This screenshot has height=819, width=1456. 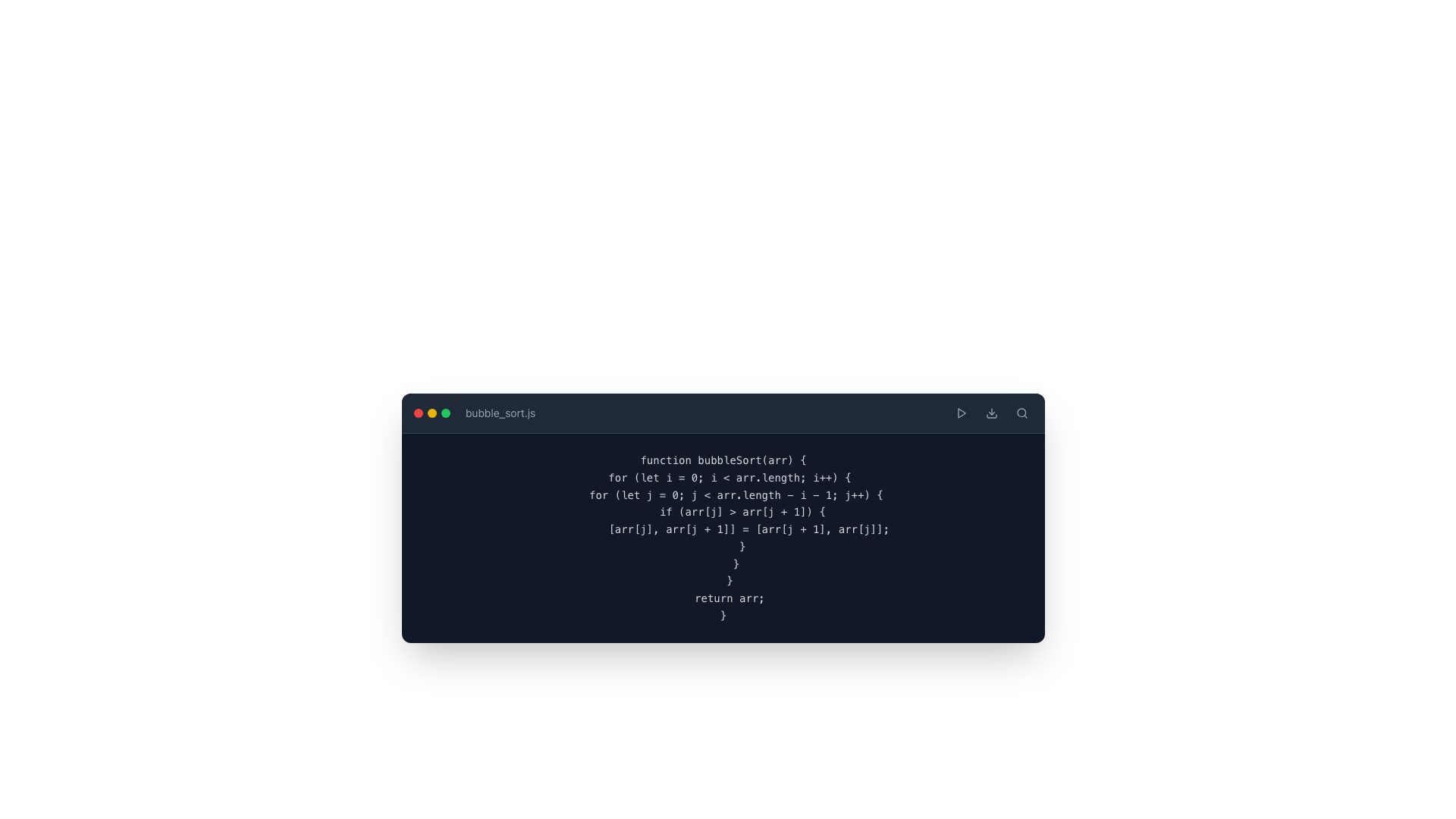 I want to click on the icon button located at the top right corner of the code editor window, so click(x=1022, y=413).